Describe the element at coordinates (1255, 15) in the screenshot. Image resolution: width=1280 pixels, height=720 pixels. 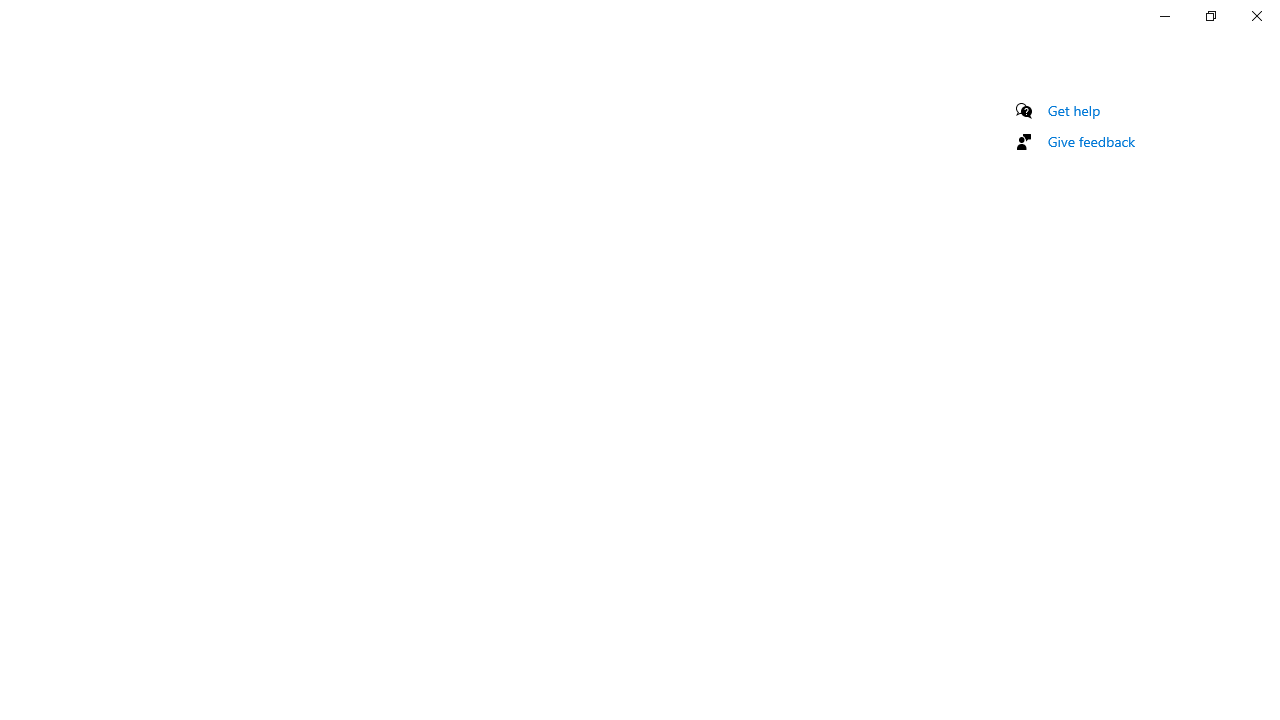
I see `'Close Settings'` at that location.